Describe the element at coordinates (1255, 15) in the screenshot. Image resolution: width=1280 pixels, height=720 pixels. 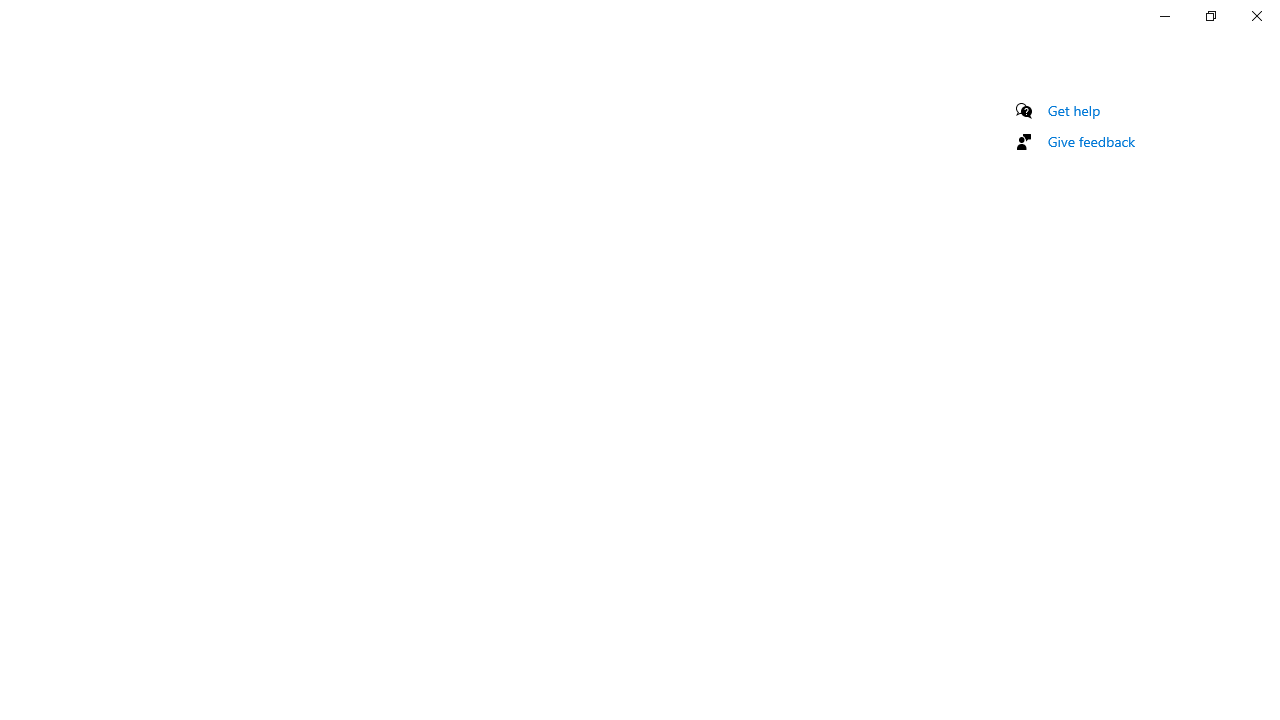
I see `'Close Settings'` at that location.